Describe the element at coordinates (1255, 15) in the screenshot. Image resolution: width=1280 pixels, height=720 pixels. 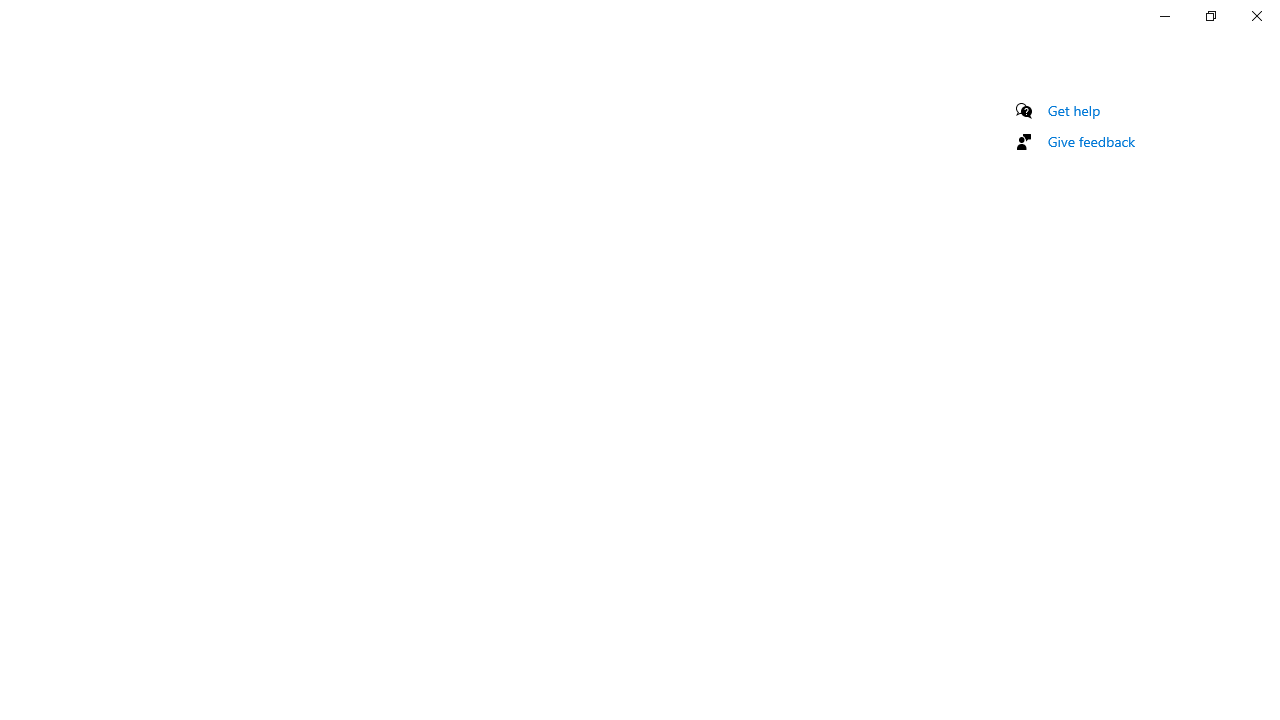
I see `'Close Settings'` at that location.